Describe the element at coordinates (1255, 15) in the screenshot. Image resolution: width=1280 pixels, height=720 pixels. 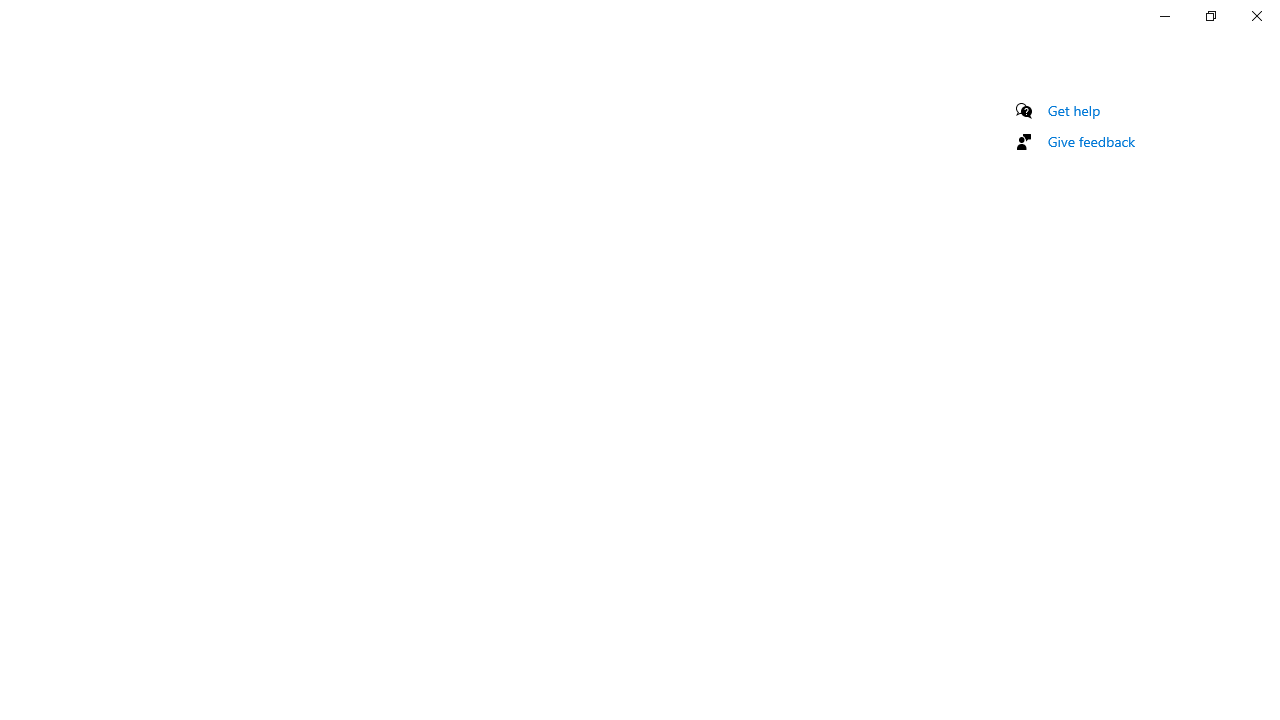
I see `'Close Settings'` at that location.